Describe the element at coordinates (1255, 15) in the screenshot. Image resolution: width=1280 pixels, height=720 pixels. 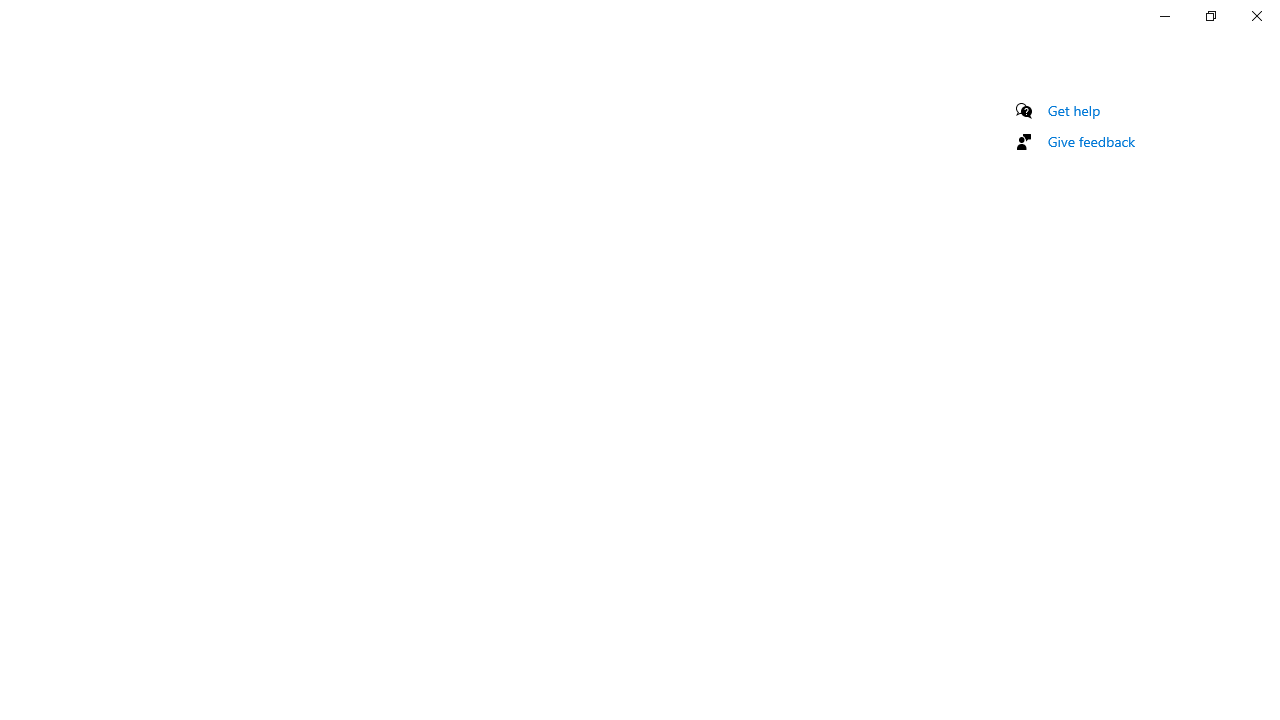
I see `'Close Settings'` at that location.